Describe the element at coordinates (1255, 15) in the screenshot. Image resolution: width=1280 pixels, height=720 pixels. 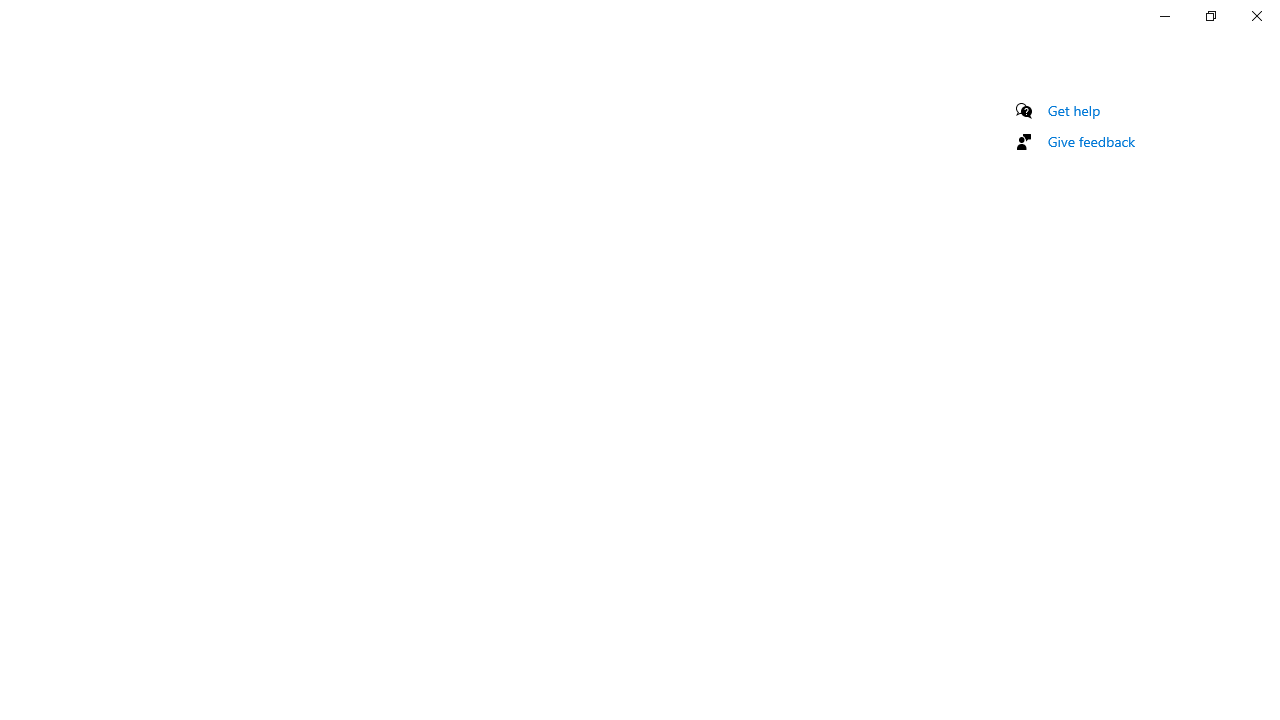
I see `'Close Settings'` at that location.